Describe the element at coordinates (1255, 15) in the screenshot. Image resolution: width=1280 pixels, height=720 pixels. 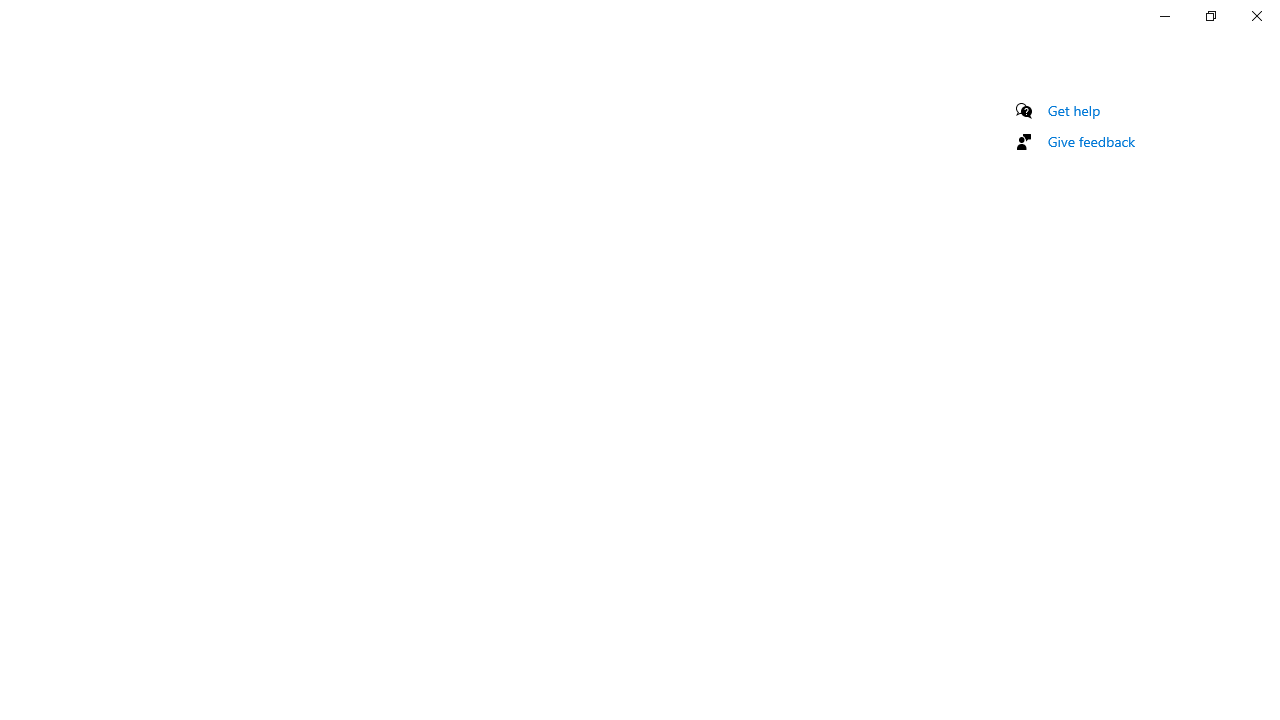
I see `'Close Settings'` at that location.